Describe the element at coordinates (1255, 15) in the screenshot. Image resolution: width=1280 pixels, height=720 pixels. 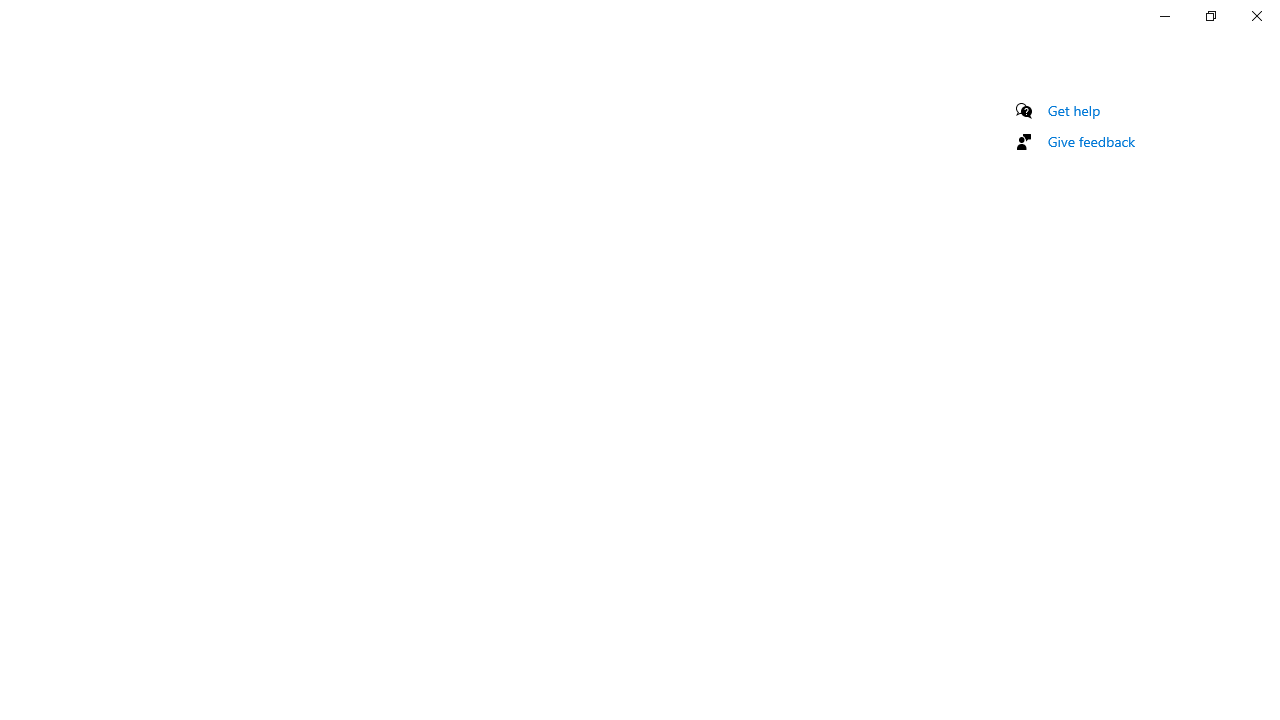
I see `'Close Settings'` at that location.